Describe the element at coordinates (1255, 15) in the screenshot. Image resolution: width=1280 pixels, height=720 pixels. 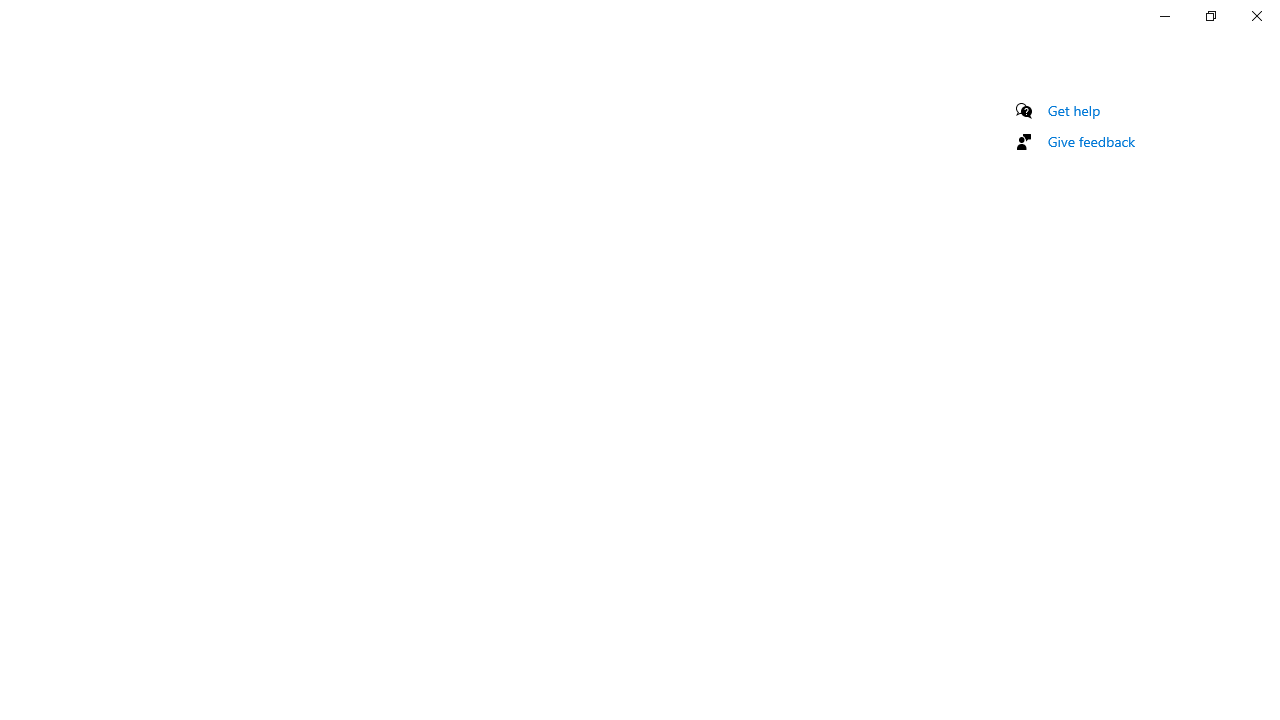
I see `'Close Settings'` at that location.